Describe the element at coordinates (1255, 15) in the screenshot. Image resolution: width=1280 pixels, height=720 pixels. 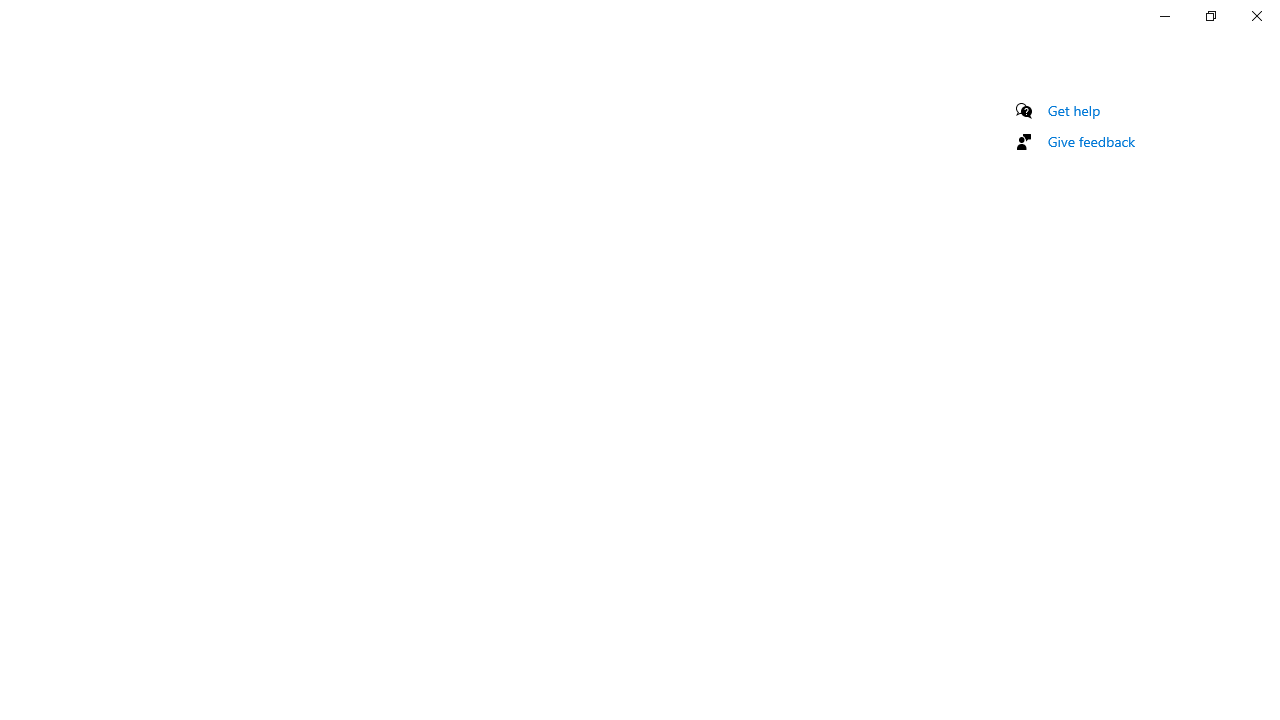
I see `'Close Settings'` at that location.